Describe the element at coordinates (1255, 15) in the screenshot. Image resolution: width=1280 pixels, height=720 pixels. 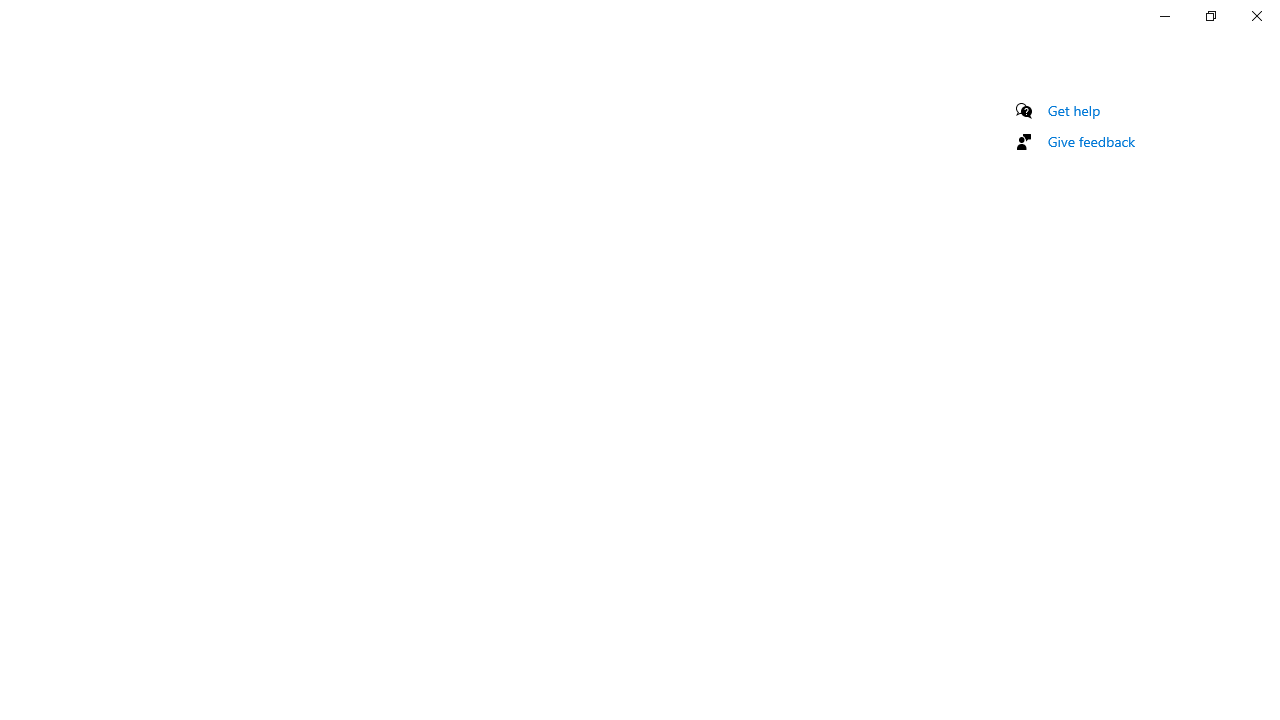
I see `'Close Settings'` at that location.